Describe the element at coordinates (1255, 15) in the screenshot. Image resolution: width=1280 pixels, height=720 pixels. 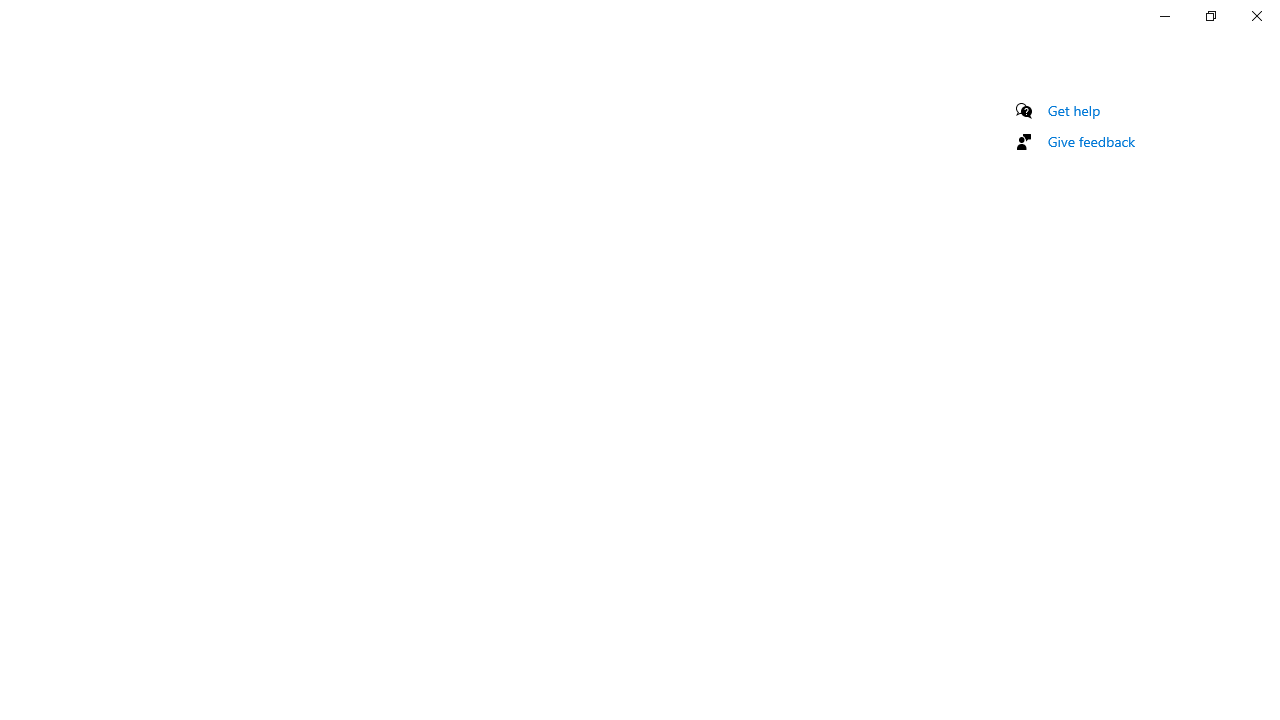
I see `'Close Settings'` at that location.